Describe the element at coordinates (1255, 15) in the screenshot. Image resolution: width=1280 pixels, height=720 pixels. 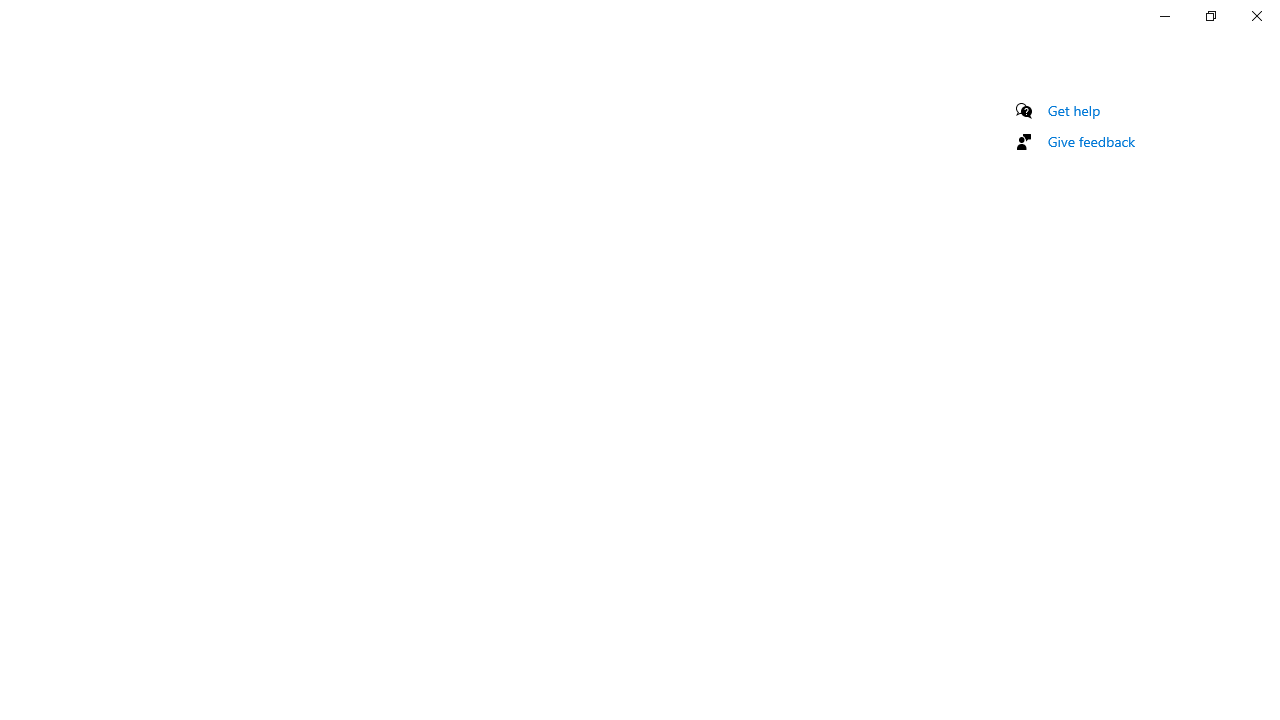
I see `'Close Settings'` at that location.